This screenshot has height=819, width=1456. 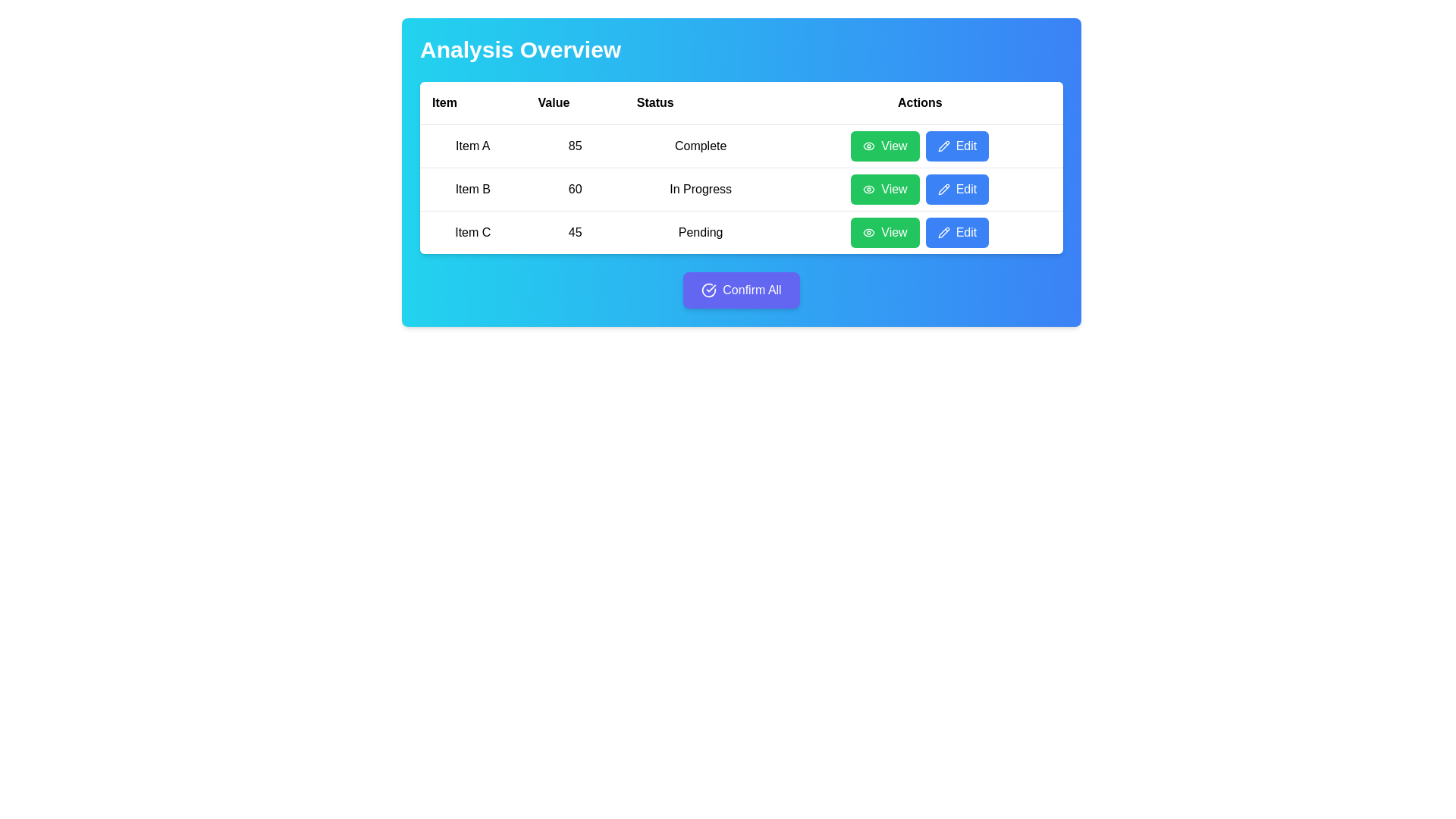 I want to click on the second 'Edit' button in the 'Actions' column corresponding to 'Item B', so click(x=956, y=189).